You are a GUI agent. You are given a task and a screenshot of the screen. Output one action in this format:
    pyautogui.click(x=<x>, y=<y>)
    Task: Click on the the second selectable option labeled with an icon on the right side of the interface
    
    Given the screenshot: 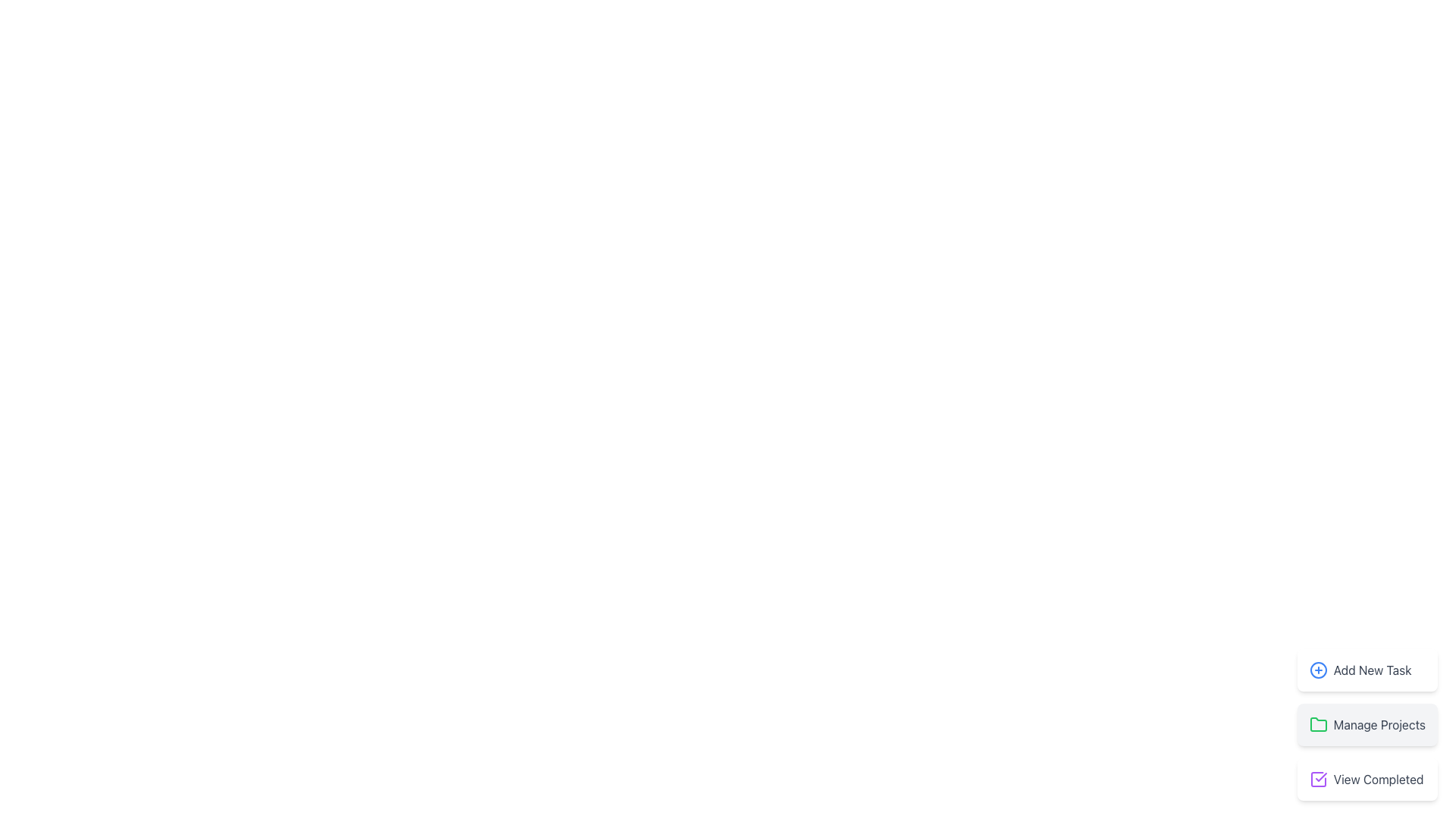 What is the action you would take?
    pyautogui.click(x=1367, y=724)
    